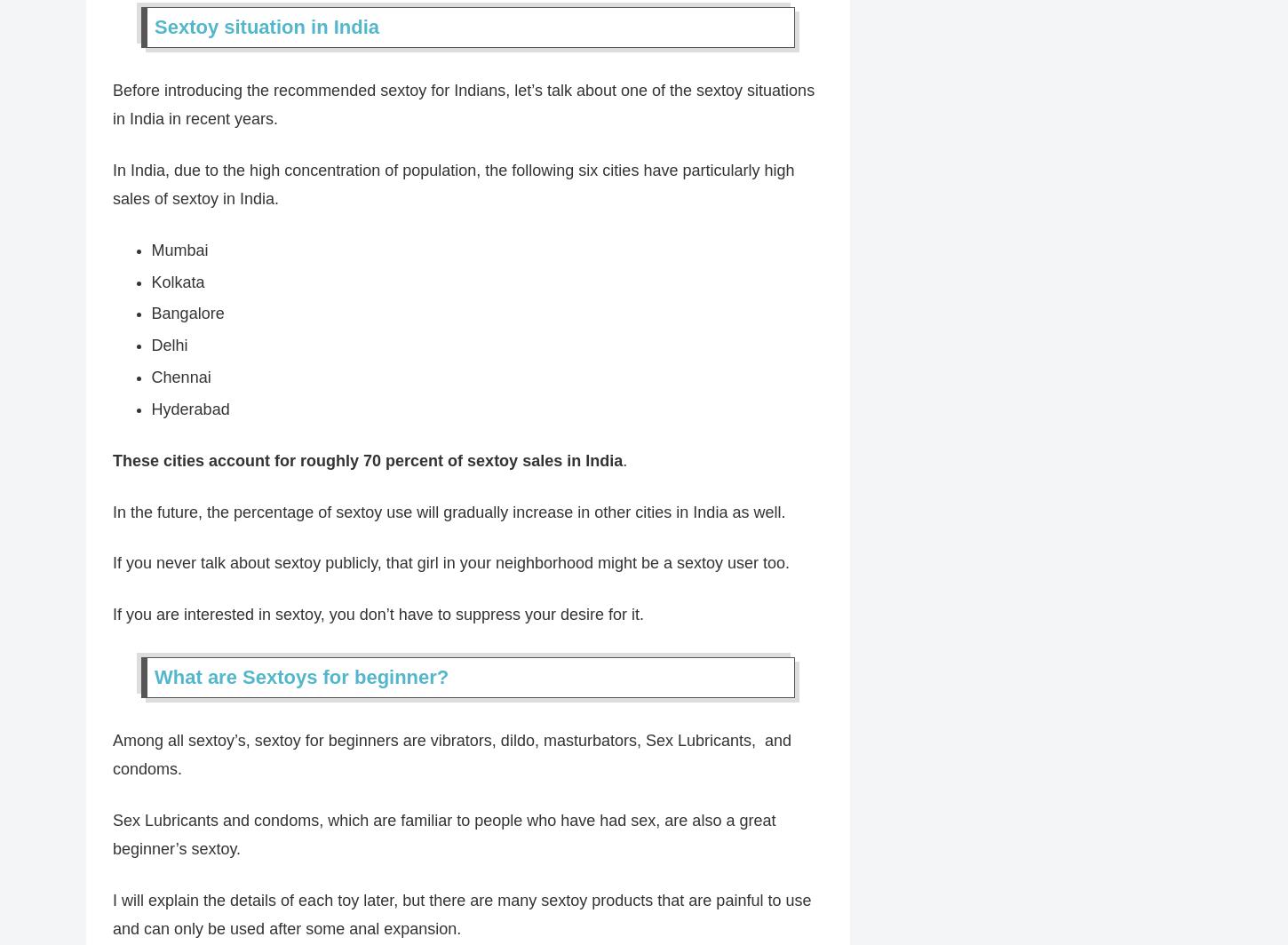 This screenshot has height=945, width=1288. I want to click on 'Before introducing the recommended sextoy for Indians, let’s talk about one of the sextoy situations in India in recent years.', so click(464, 104).